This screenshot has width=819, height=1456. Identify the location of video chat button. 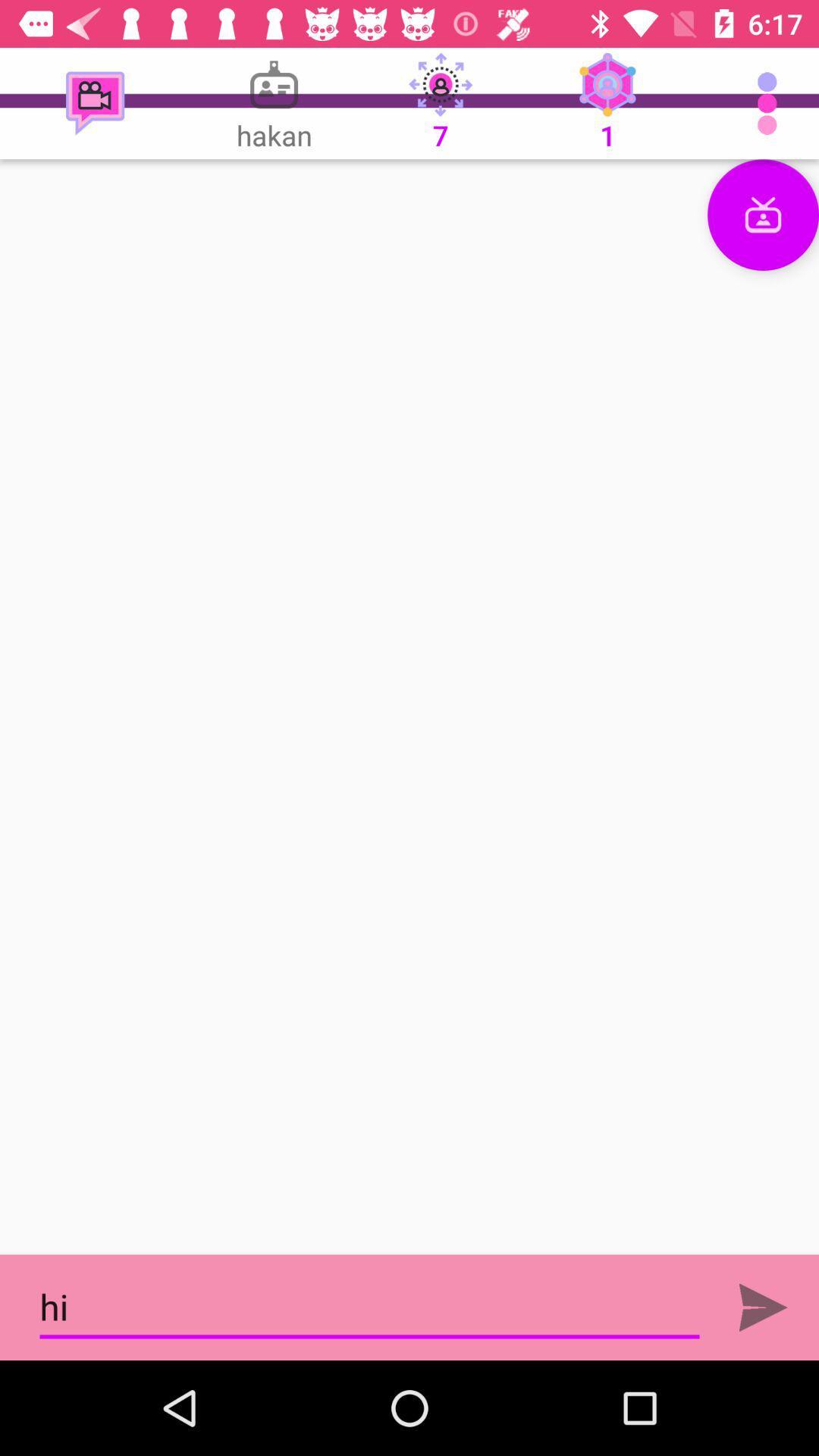
(763, 214).